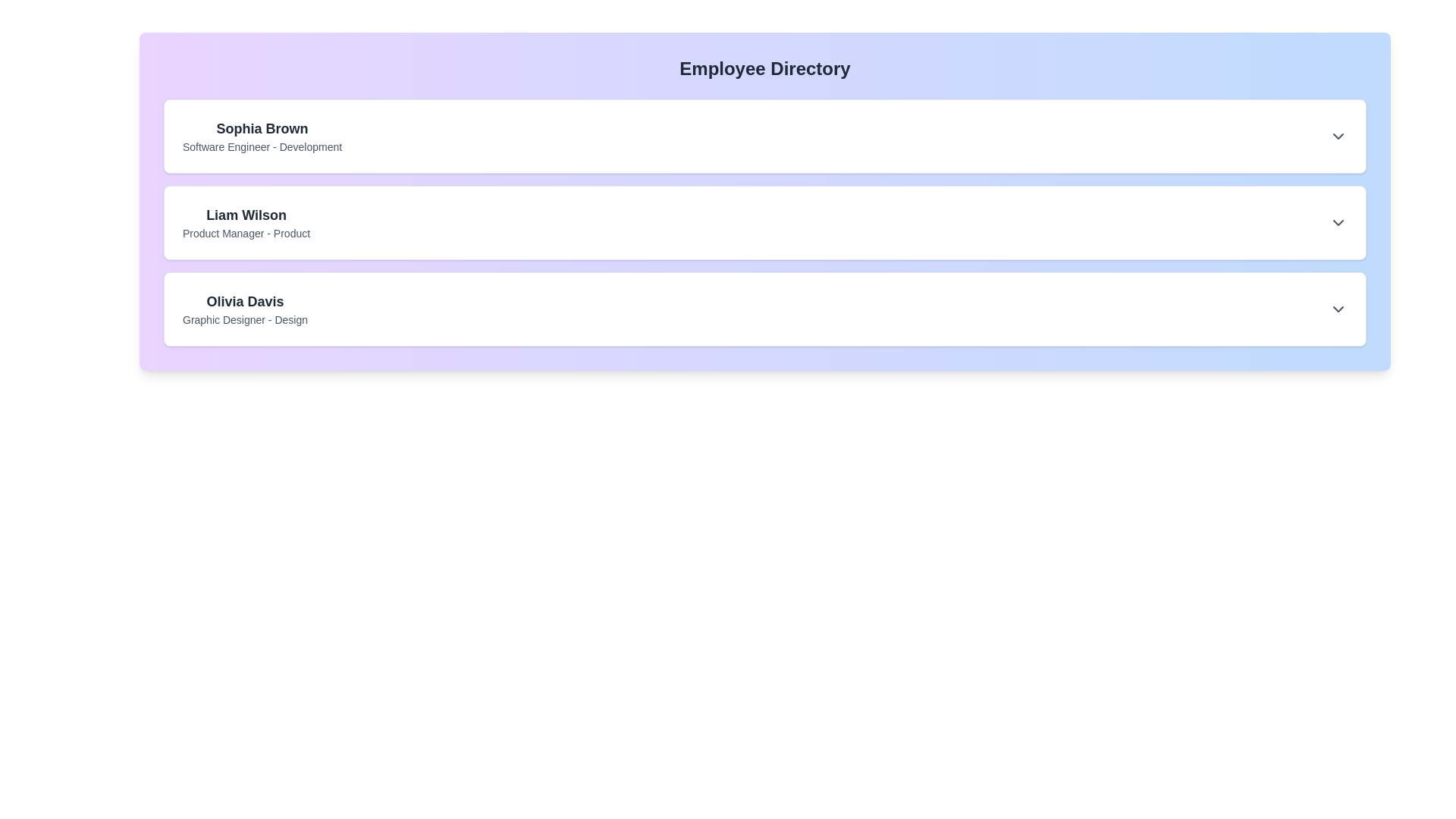 This screenshot has width=1456, height=819. Describe the element at coordinates (246, 222) in the screenshot. I see `text content of the Text block displaying the name and job title of the person, located in the second card of a vertically stacked list on the page` at that location.